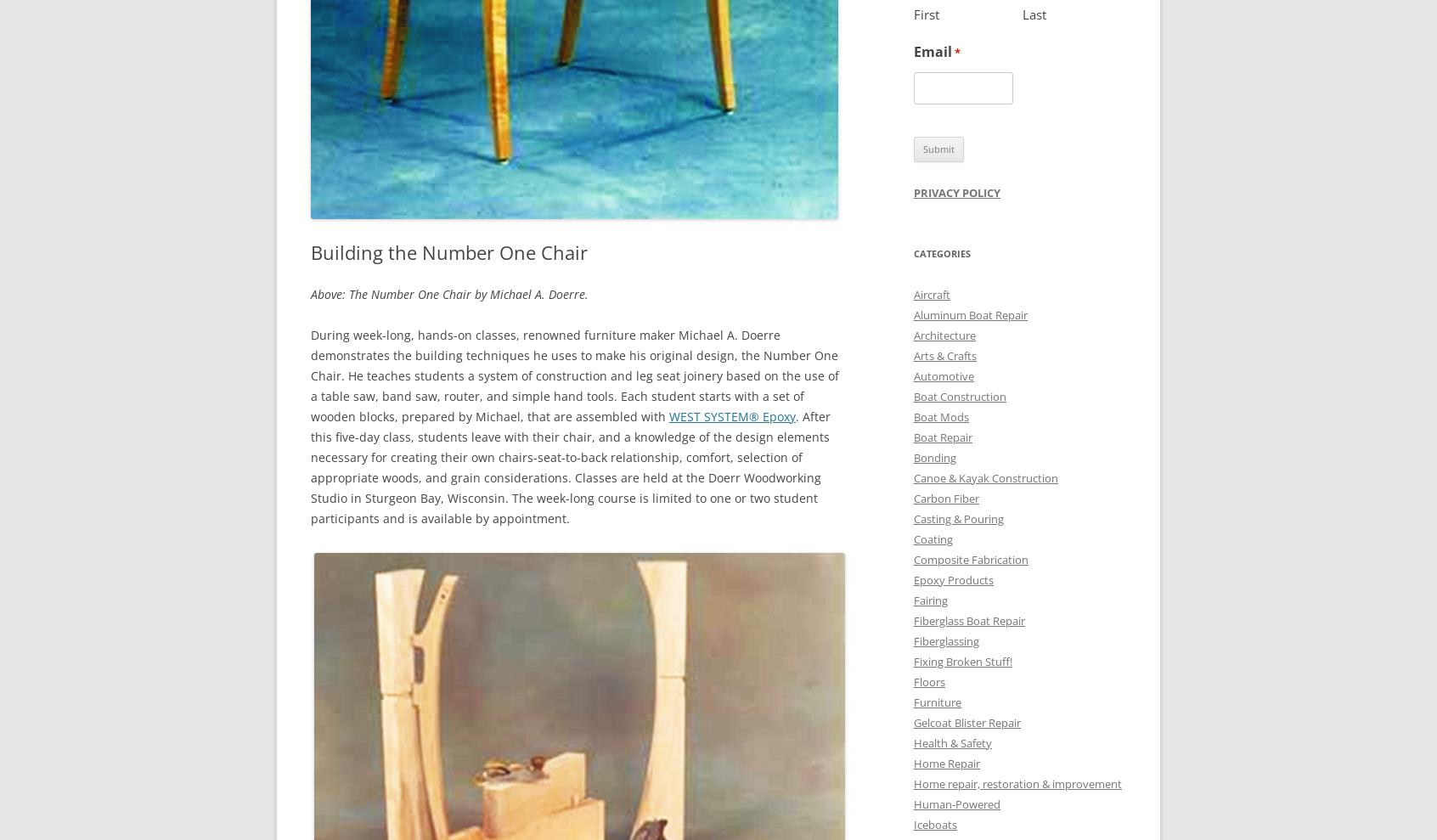 The image size is (1437, 840). What do you see at coordinates (927, 13) in the screenshot?
I see `'First'` at bounding box center [927, 13].